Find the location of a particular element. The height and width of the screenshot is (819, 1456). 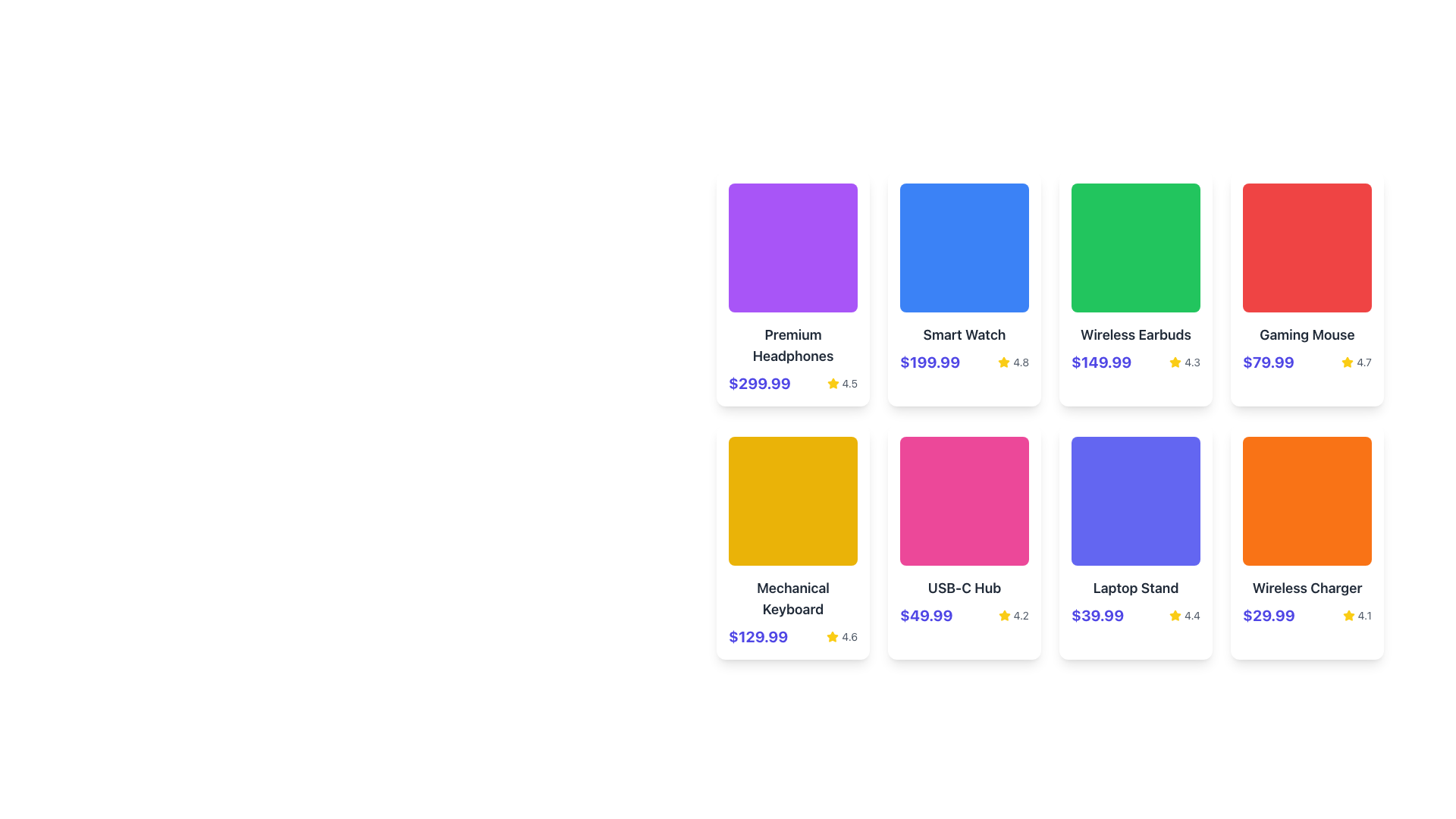

average user rating value displayed on the Rating indicator located to the right of the price information in the bottom section of the 'Laptop Stand' product card is located at coordinates (1184, 616).